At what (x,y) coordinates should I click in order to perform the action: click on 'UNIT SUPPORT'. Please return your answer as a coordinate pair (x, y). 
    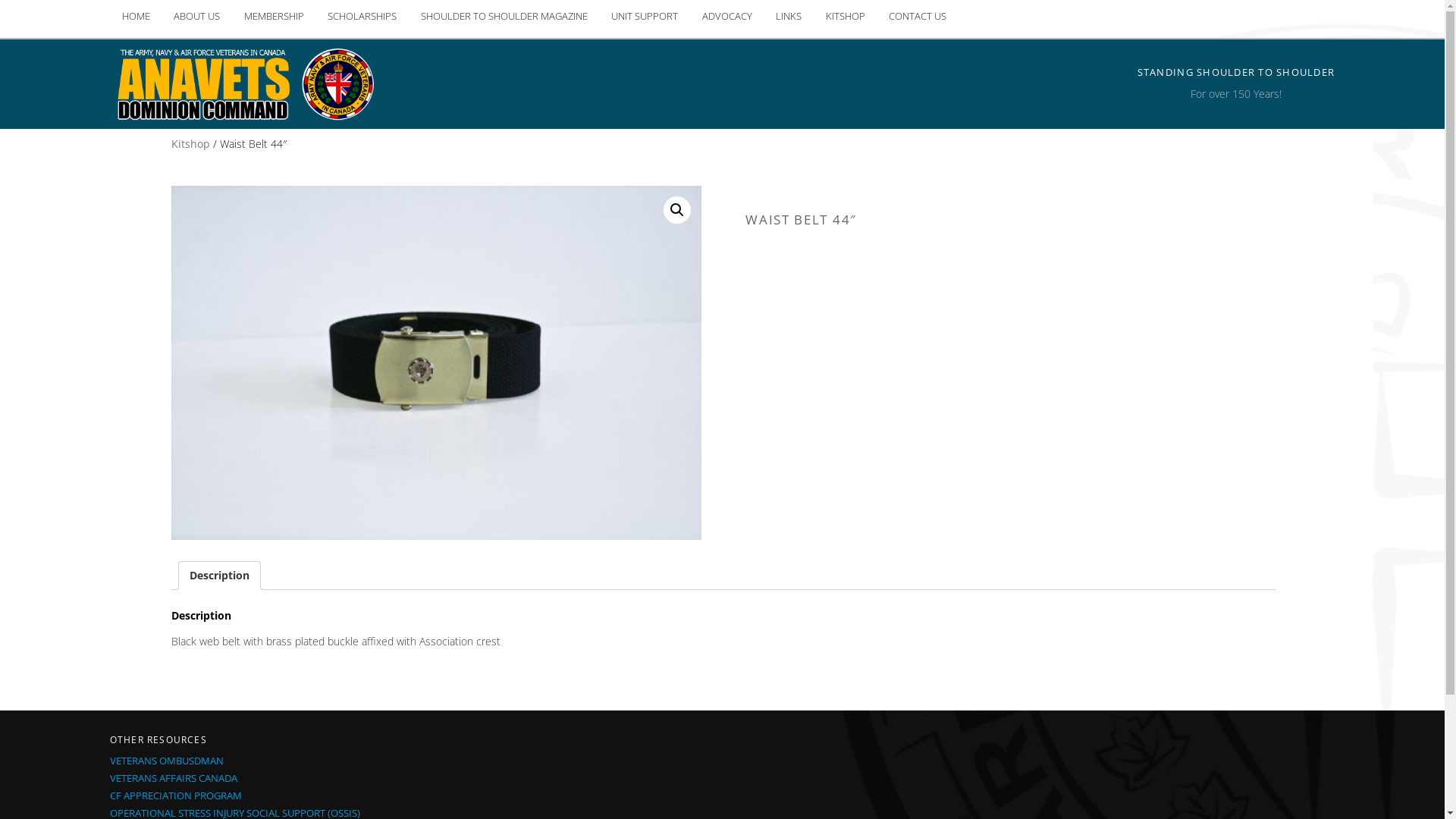
    Looking at the image, I should click on (644, 16).